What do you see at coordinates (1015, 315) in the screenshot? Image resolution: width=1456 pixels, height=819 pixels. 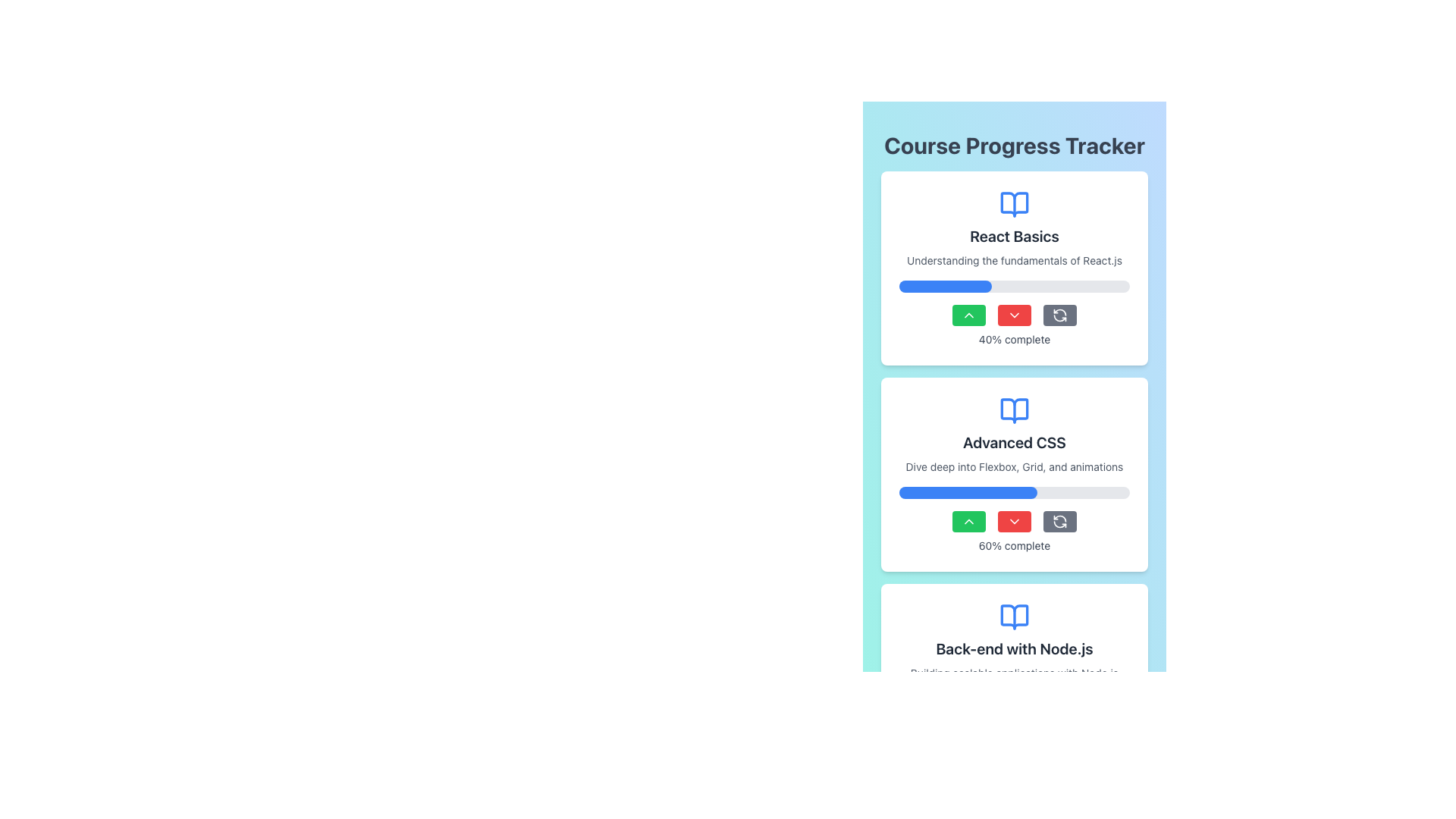 I see `the second button in the card titled 'React Basics'` at bounding box center [1015, 315].